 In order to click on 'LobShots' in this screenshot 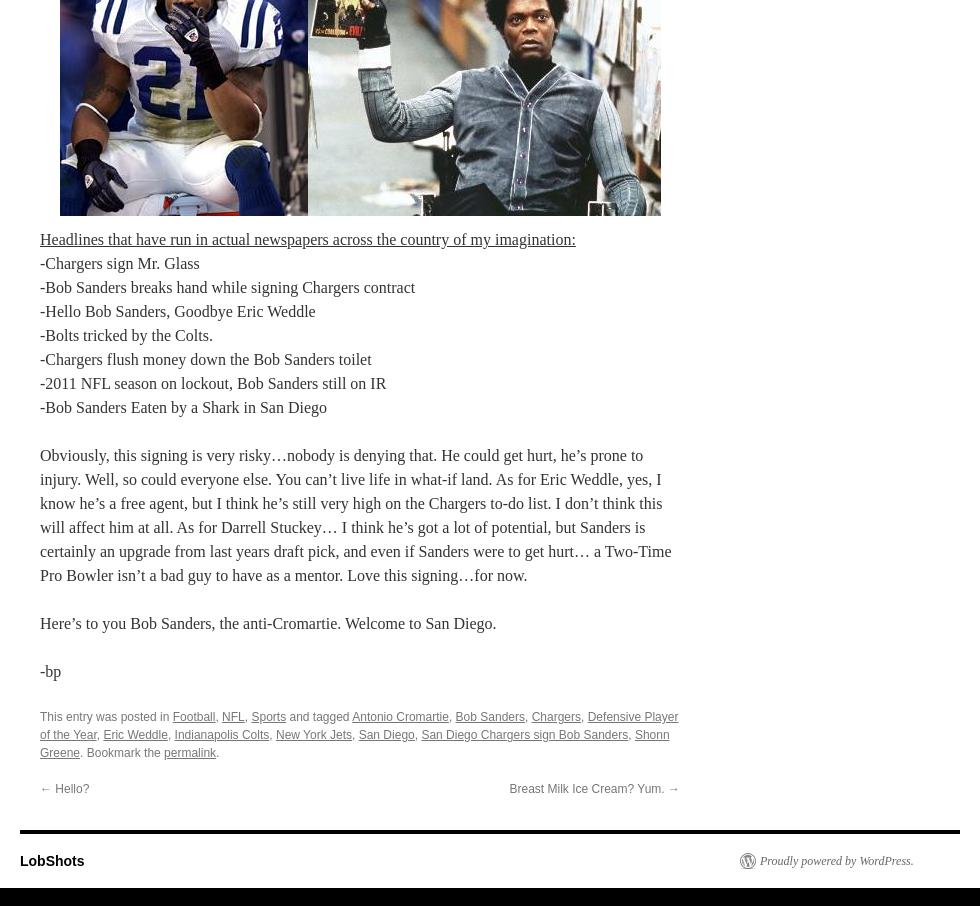, I will do `click(52, 858)`.